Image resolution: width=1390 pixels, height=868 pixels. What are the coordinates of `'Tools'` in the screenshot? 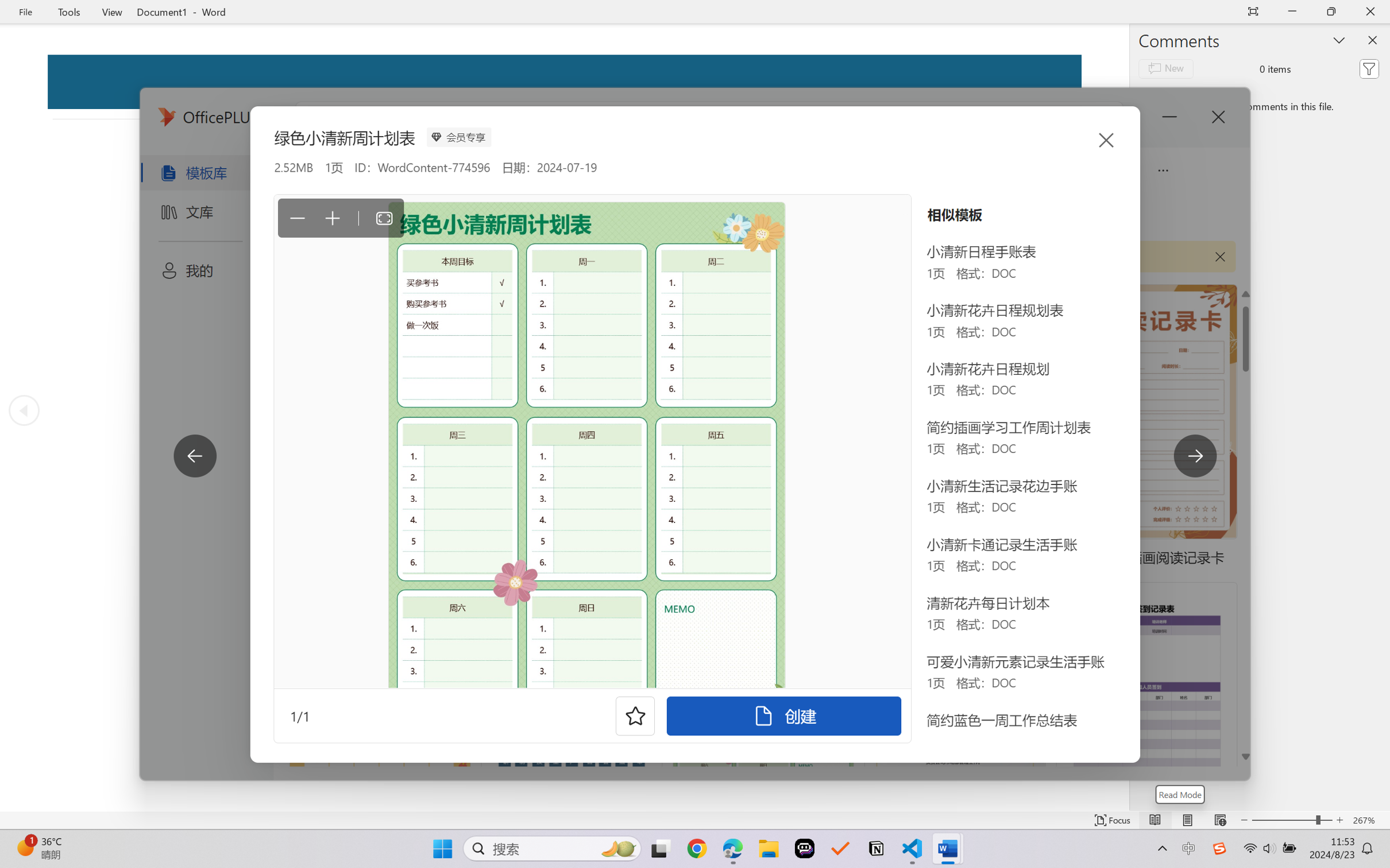 It's located at (69, 11).